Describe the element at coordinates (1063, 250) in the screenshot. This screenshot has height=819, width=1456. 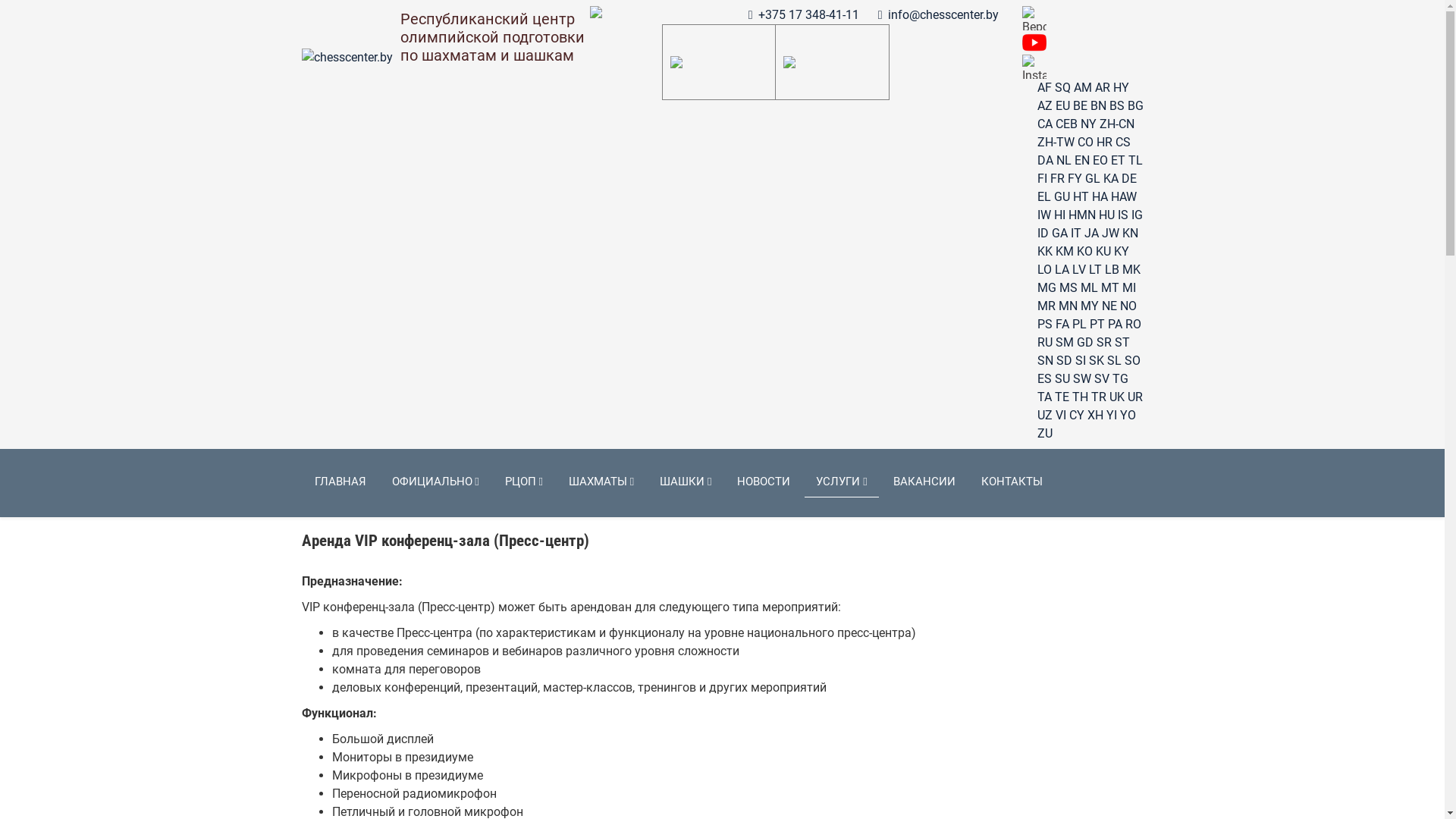
I see `'KM'` at that location.